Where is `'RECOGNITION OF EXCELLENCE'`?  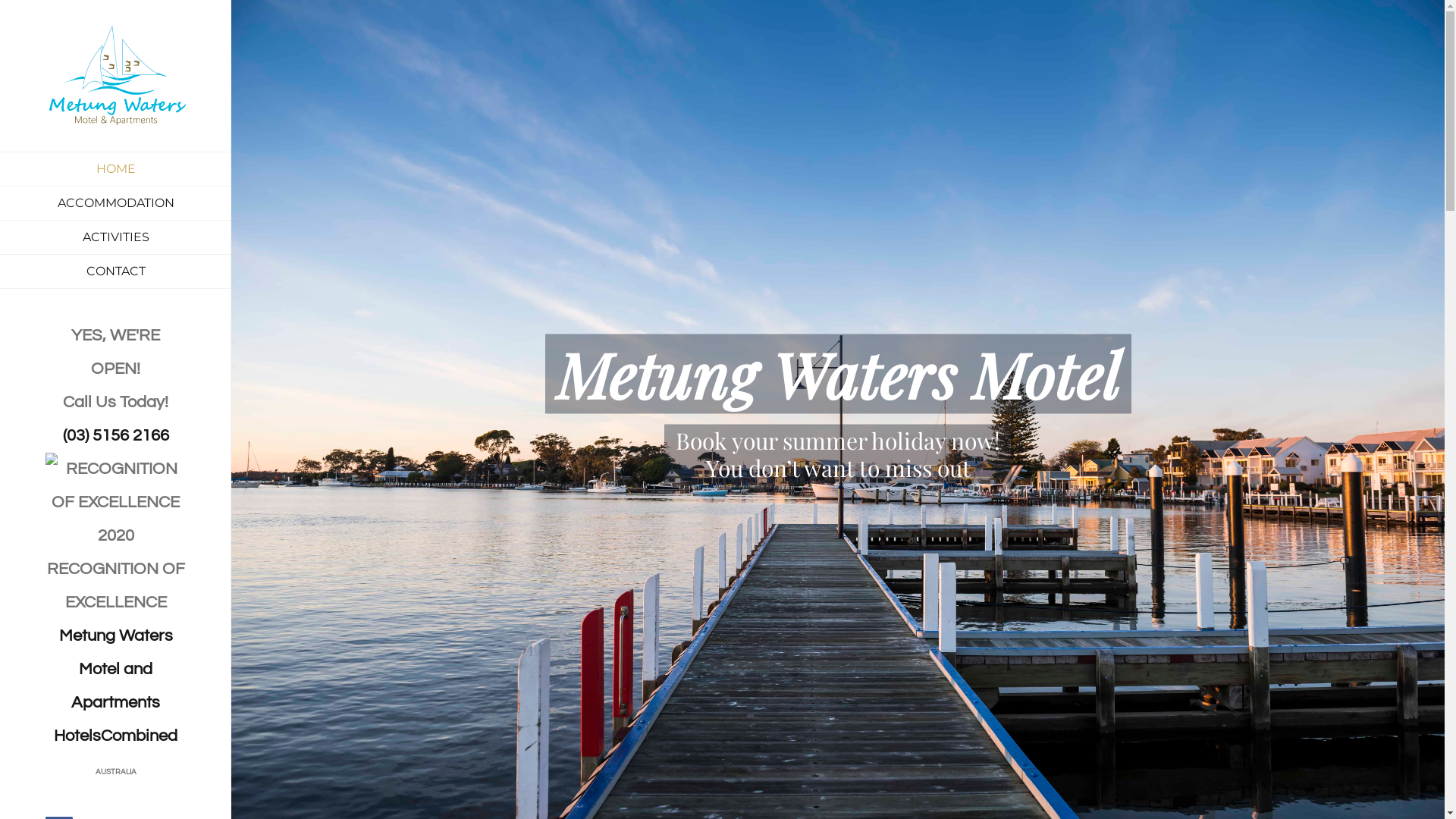 'RECOGNITION OF EXCELLENCE' is located at coordinates (115, 485).